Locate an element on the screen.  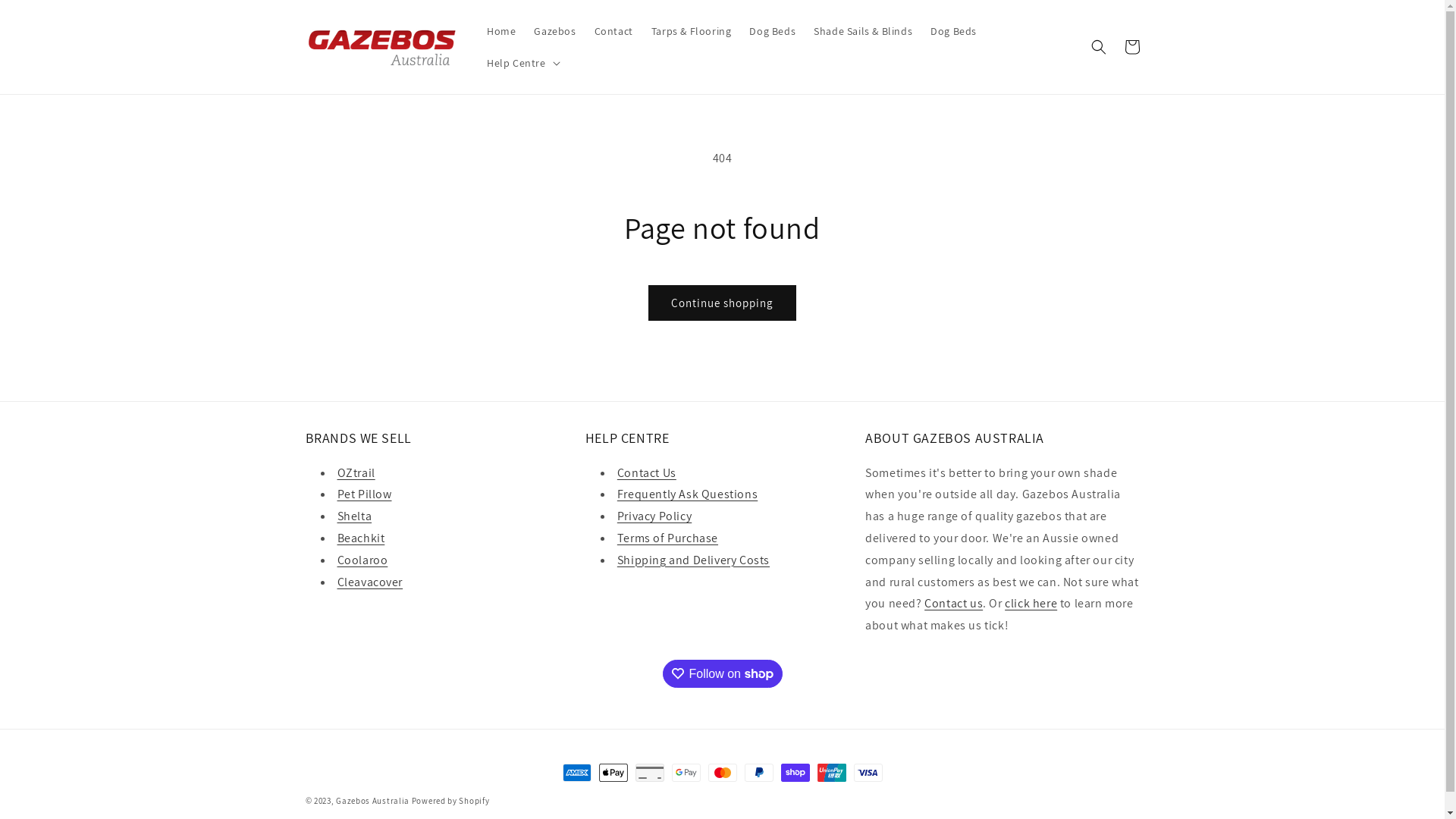
'click here' is located at coordinates (1031, 602).